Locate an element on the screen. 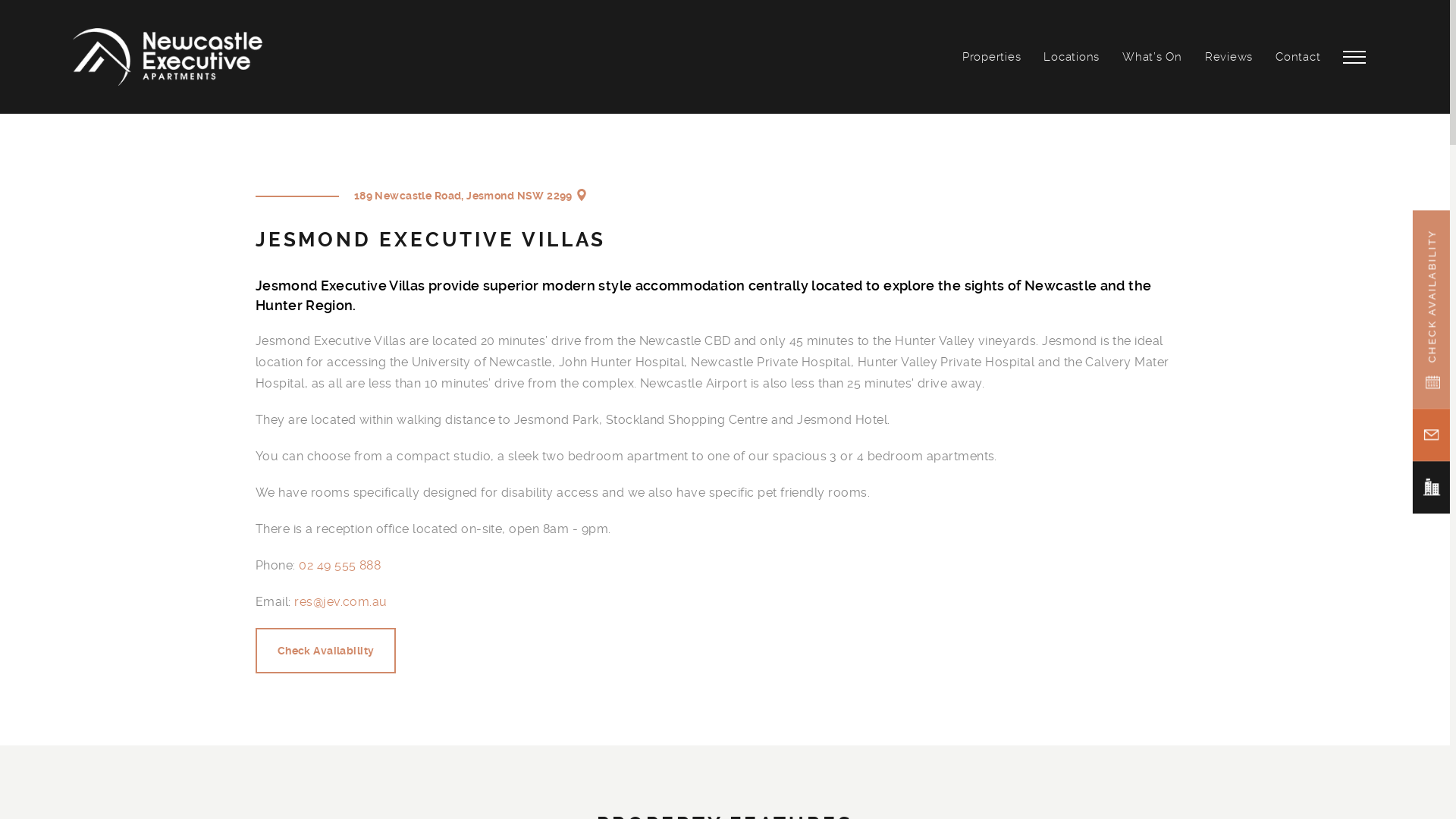 Image resolution: width=1456 pixels, height=819 pixels. 'Locations' is located at coordinates (1070, 55).